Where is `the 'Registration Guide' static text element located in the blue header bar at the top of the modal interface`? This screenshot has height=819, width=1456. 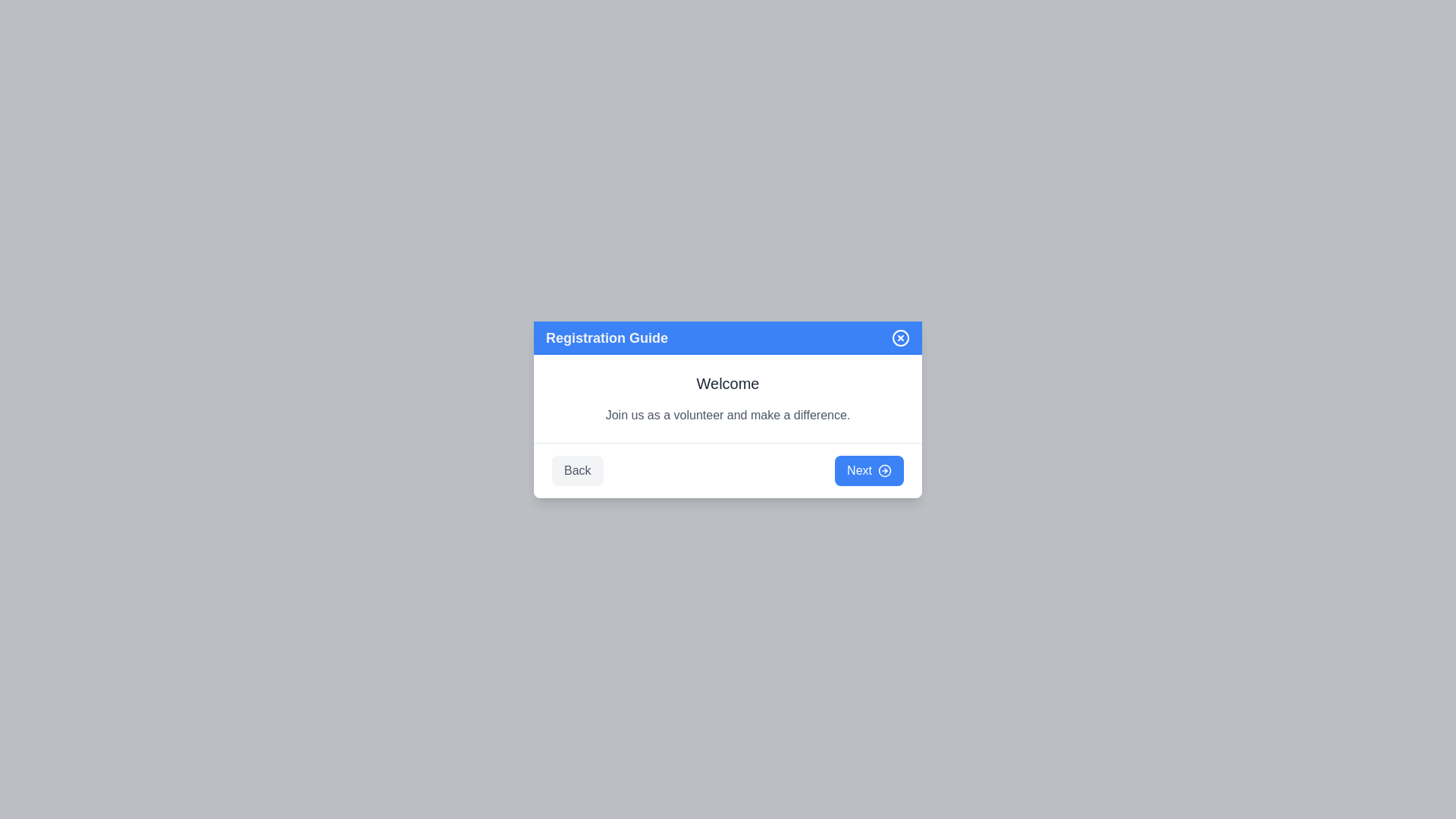
the 'Registration Guide' static text element located in the blue header bar at the top of the modal interface is located at coordinates (607, 337).